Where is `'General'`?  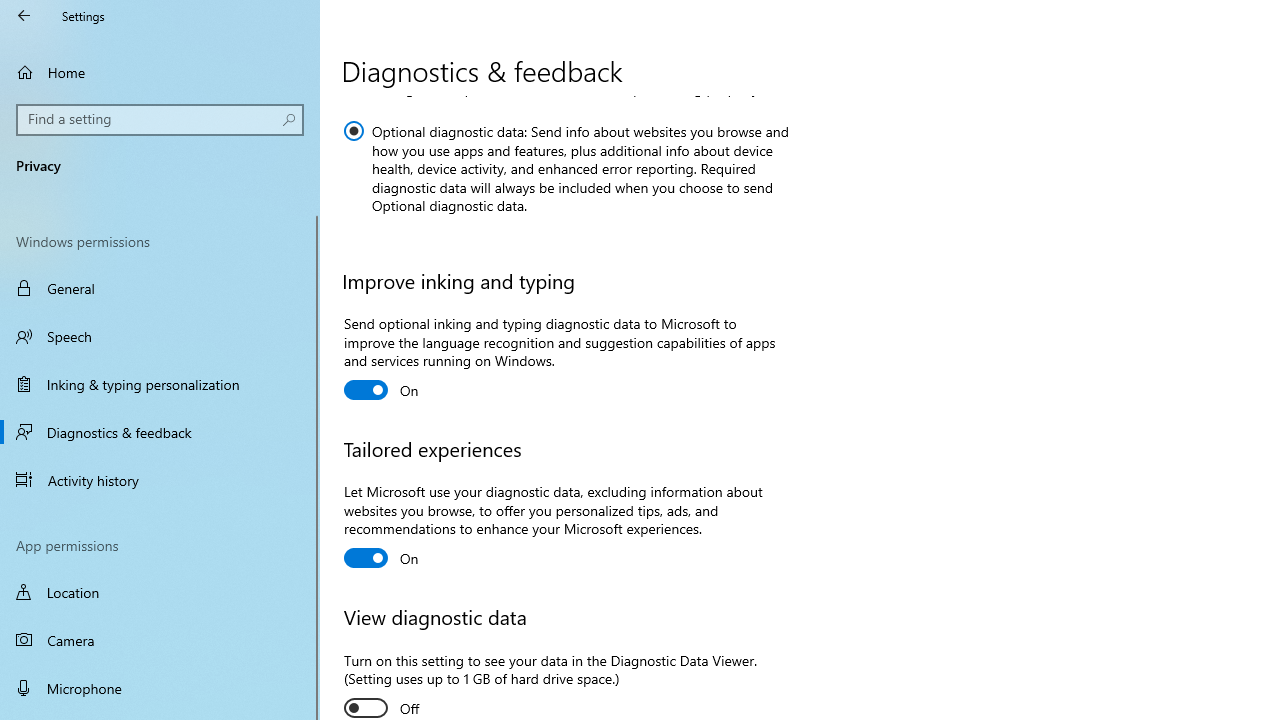
'General' is located at coordinates (160, 288).